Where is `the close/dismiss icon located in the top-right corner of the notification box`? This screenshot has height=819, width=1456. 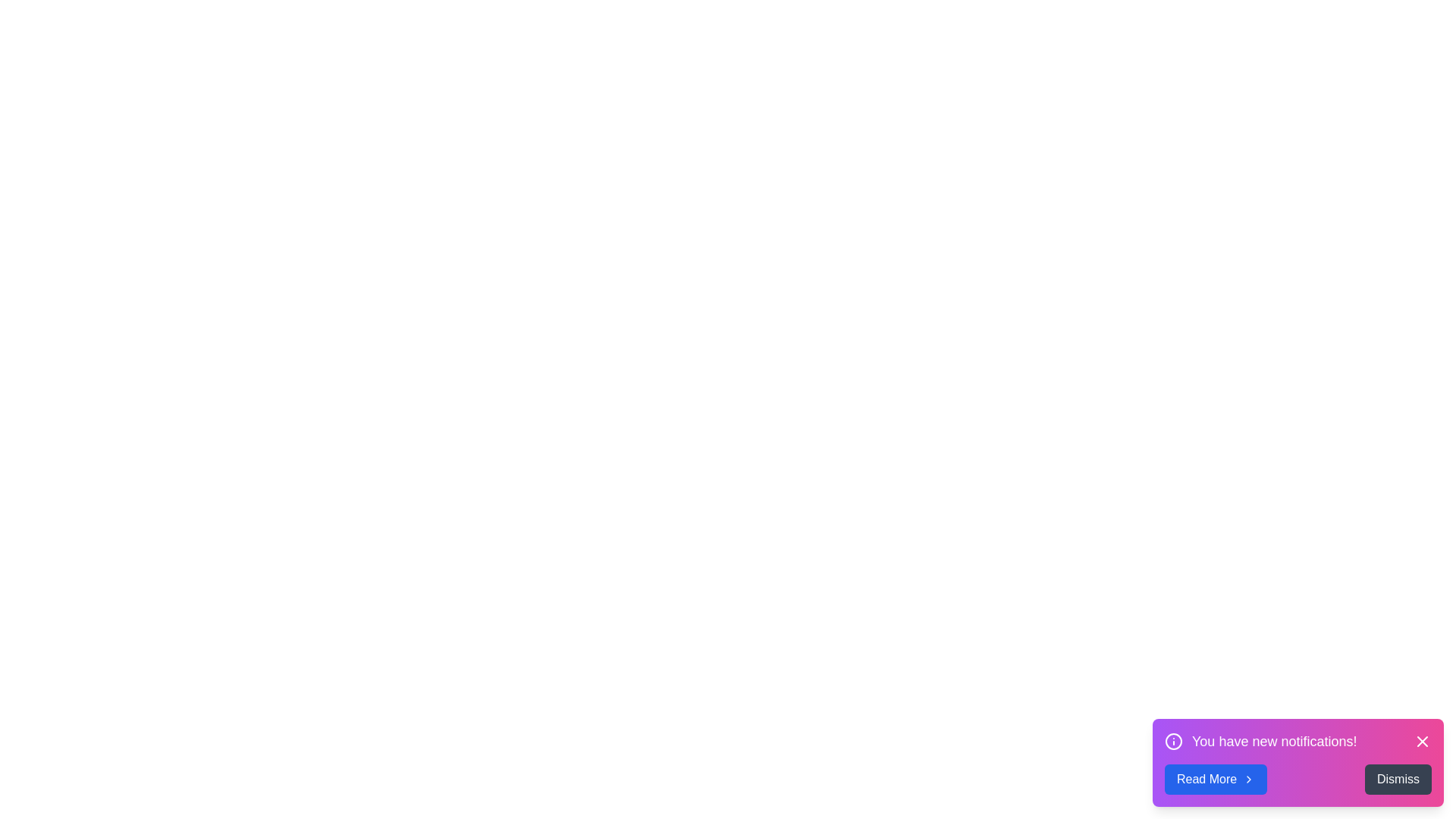
the close/dismiss icon located in the top-right corner of the notification box is located at coordinates (1422, 741).